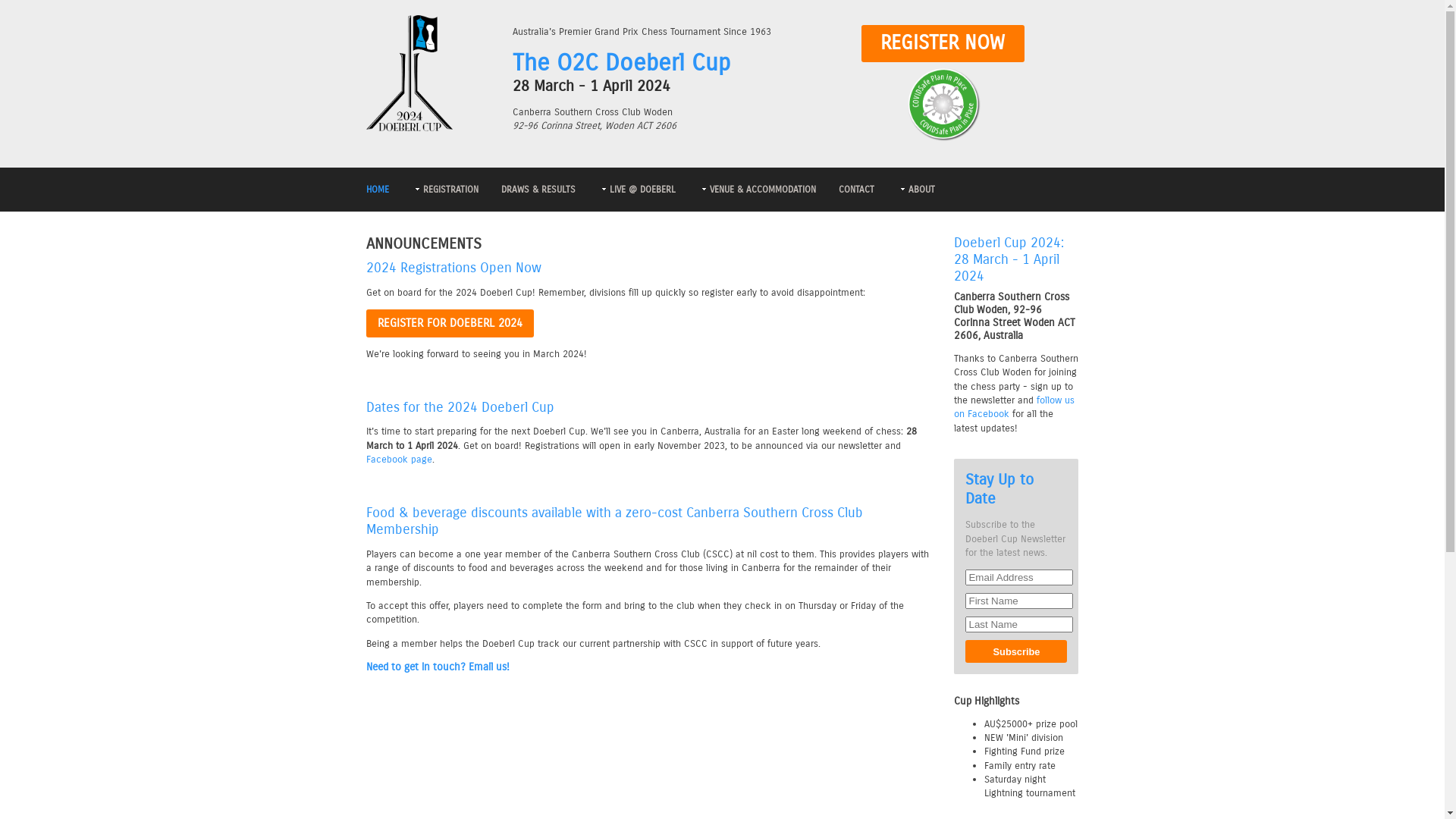 Image resolution: width=1456 pixels, height=819 pixels. Describe the element at coordinates (697, 189) in the screenshot. I see `'VENUE & ACCOMMODATION'` at that location.